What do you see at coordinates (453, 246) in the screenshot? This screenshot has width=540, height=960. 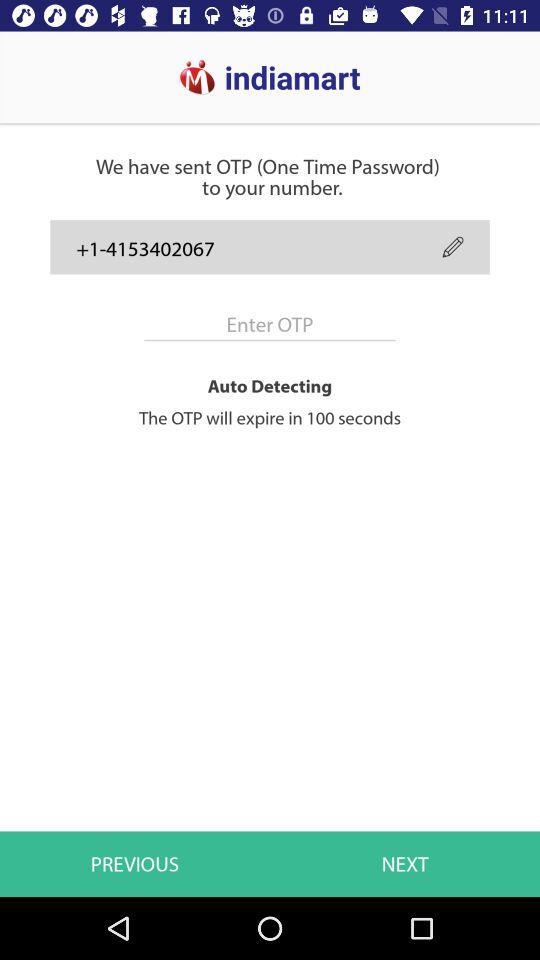 I see `the item at the top right corner` at bounding box center [453, 246].